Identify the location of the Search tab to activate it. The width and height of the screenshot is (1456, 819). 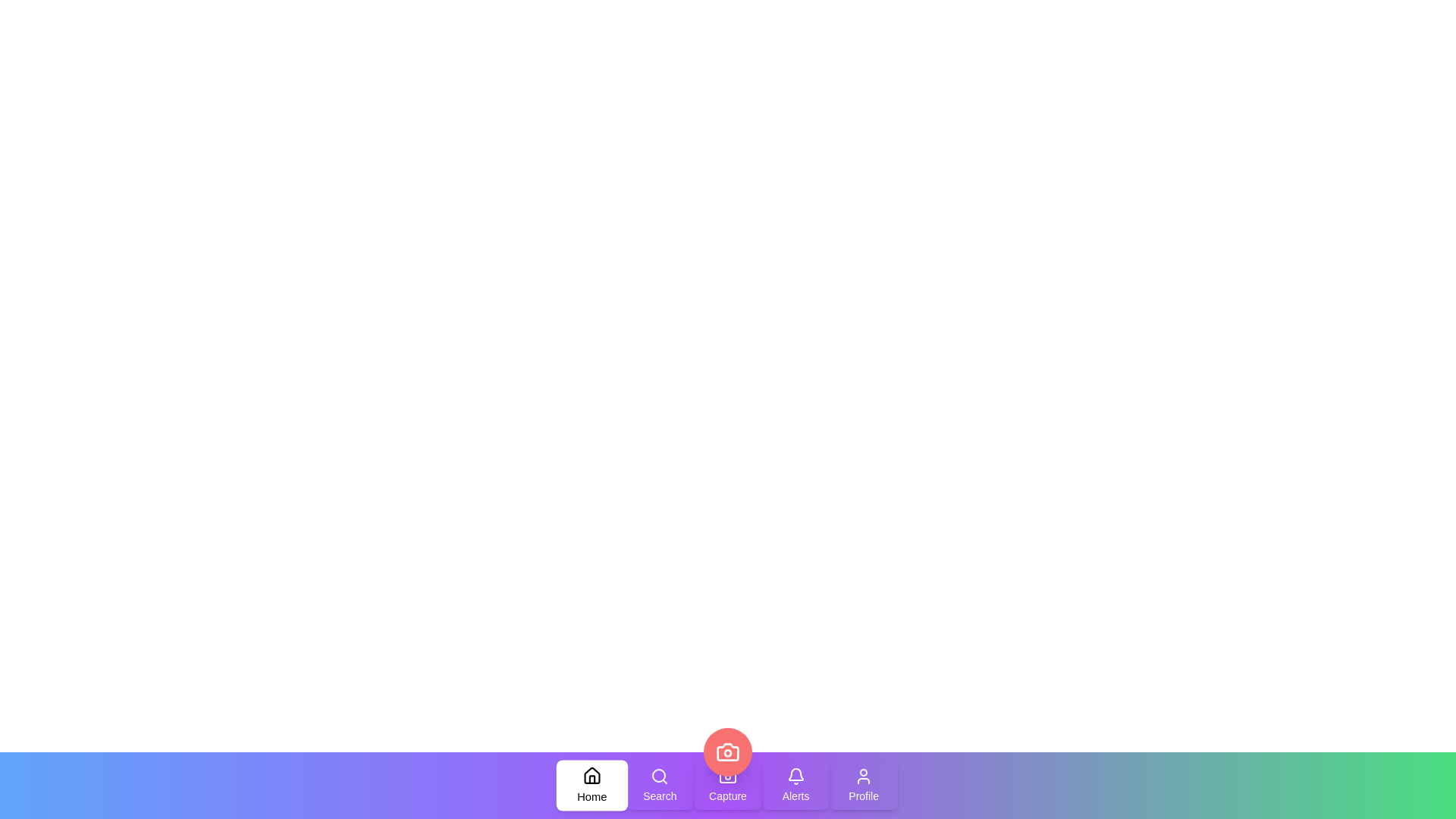
(660, 785).